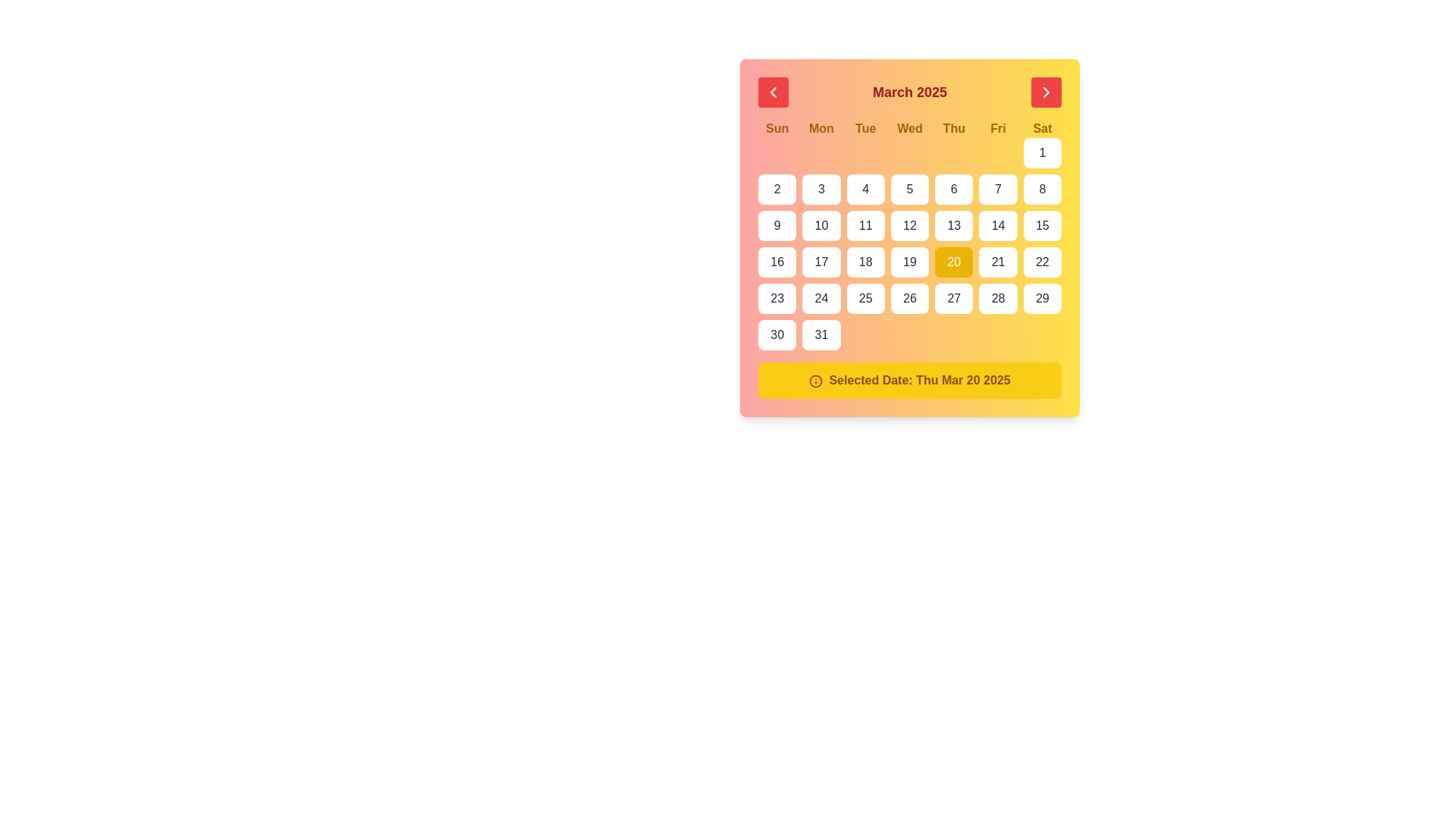 The height and width of the screenshot is (819, 1456). I want to click on the white button with rounded corners displaying '31', so click(821, 334).